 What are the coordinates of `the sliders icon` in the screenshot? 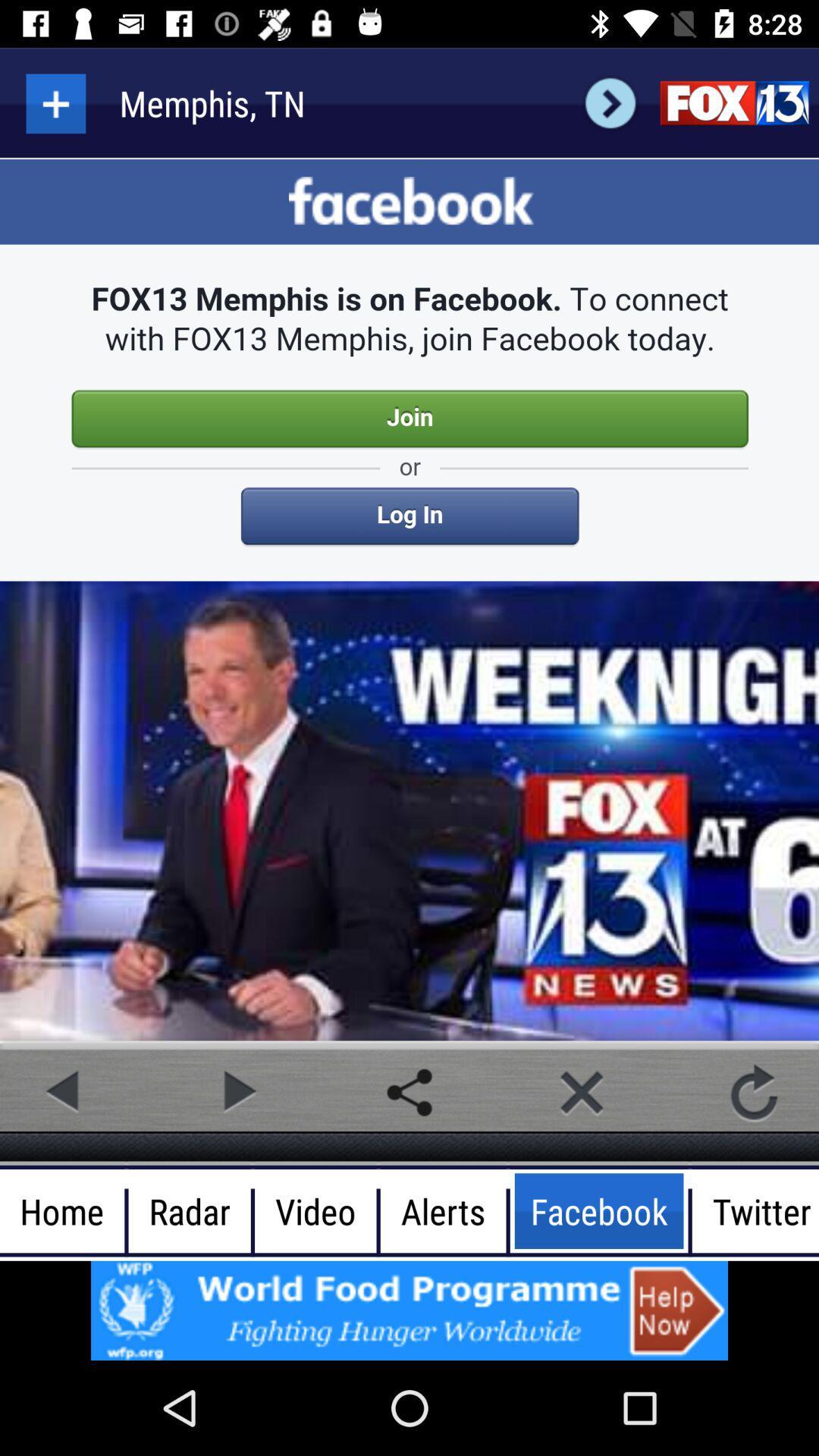 It's located at (733, 102).